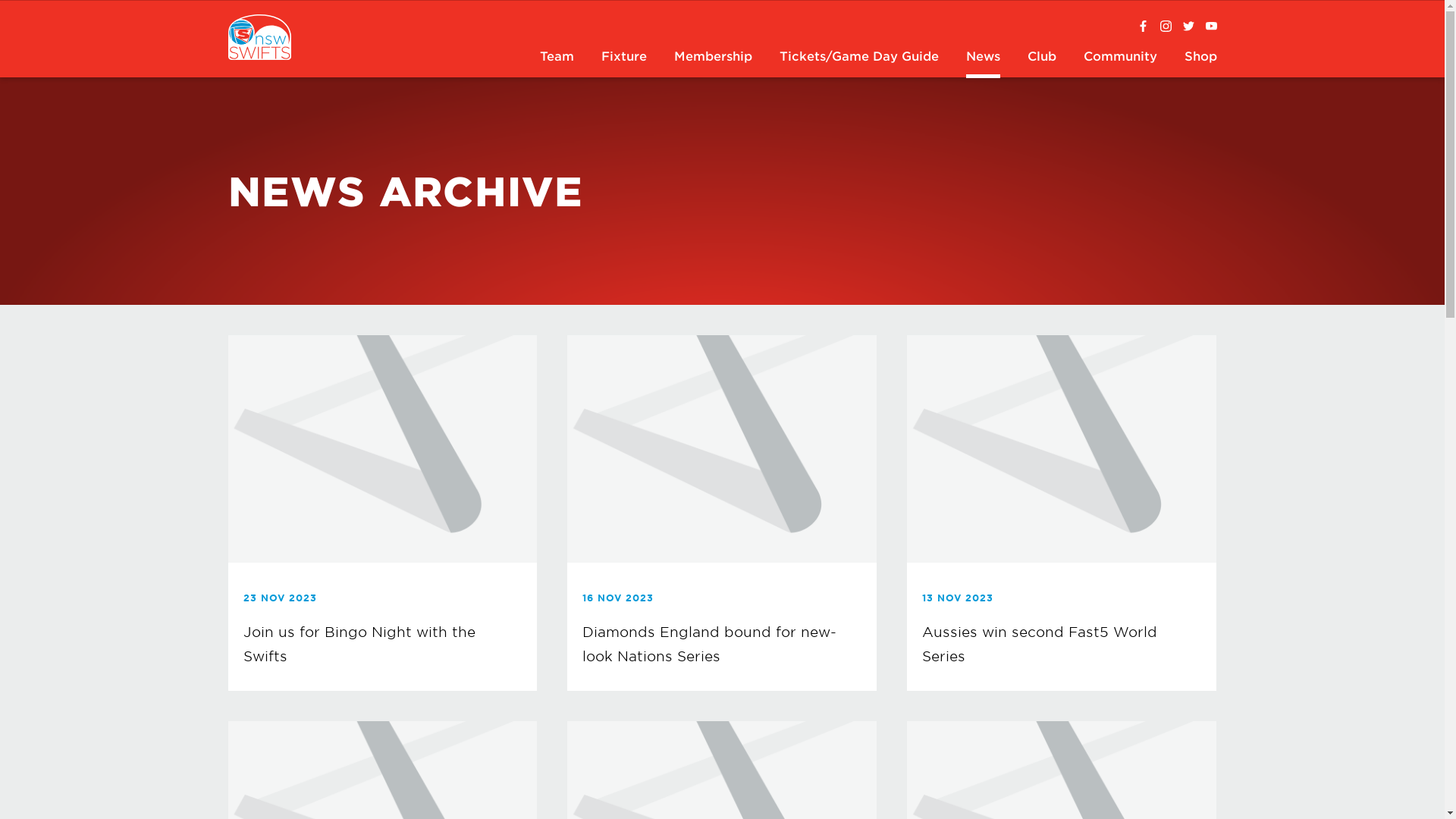 This screenshot has height=819, width=1456. What do you see at coordinates (1210, 26) in the screenshot?
I see `'NSWSwiftsTV'` at bounding box center [1210, 26].